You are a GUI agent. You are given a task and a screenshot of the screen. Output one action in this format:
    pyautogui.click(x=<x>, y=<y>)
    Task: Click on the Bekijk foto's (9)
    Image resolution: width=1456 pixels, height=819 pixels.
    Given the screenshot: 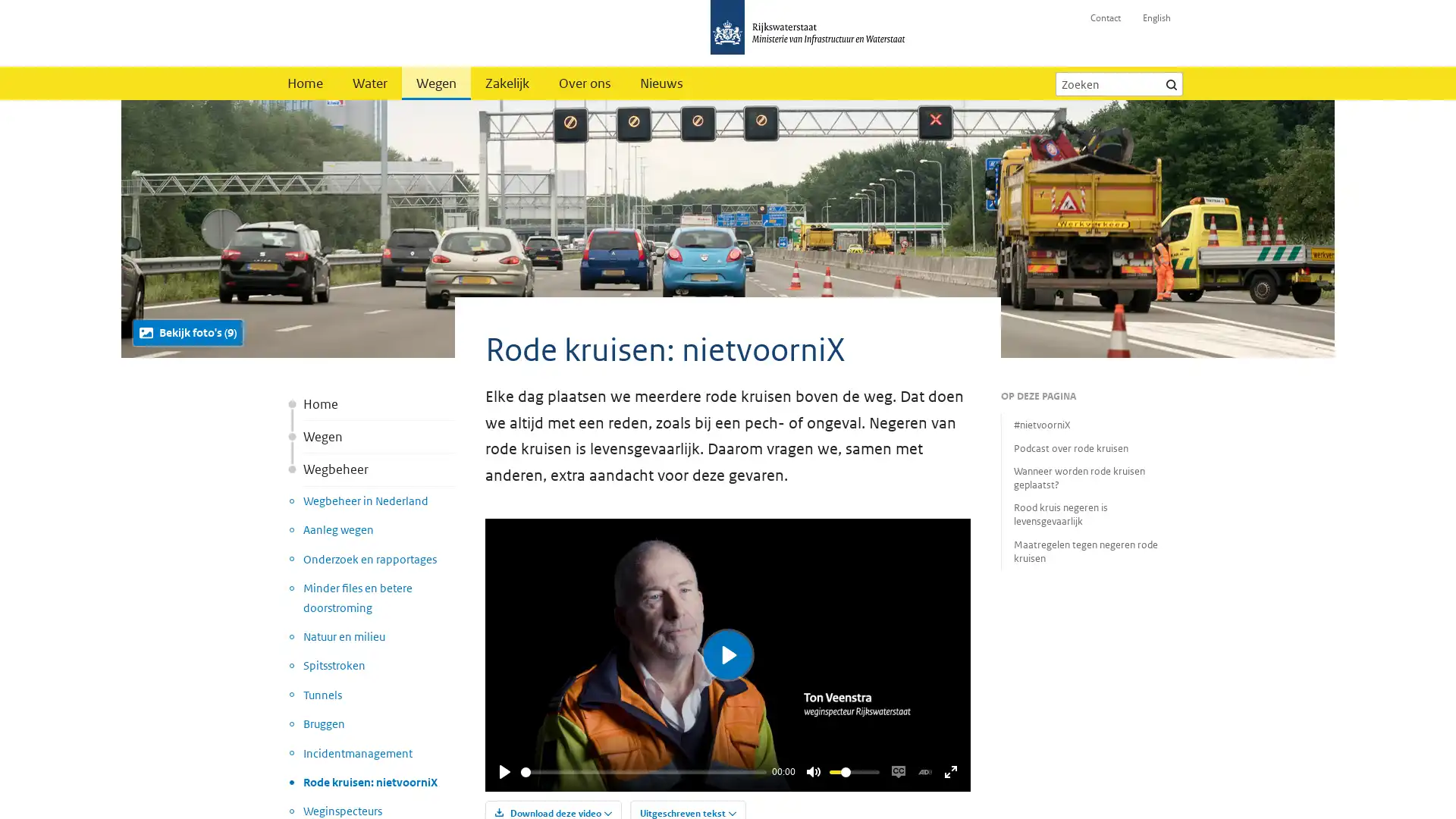 What is the action you would take?
    pyautogui.click(x=187, y=332)
    